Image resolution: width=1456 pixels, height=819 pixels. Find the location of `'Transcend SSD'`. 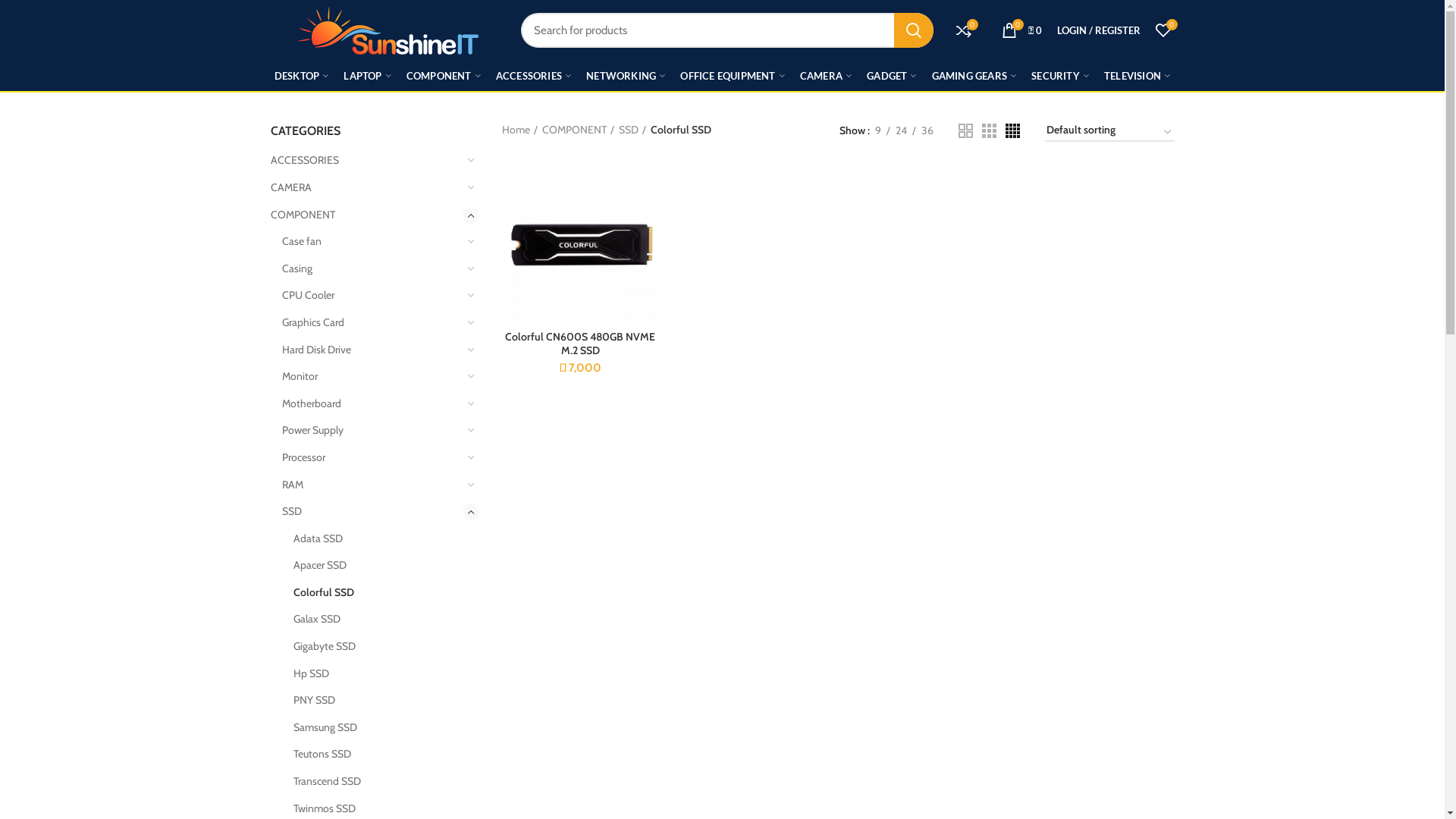

'Transcend SSD' is located at coordinates (376, 781).